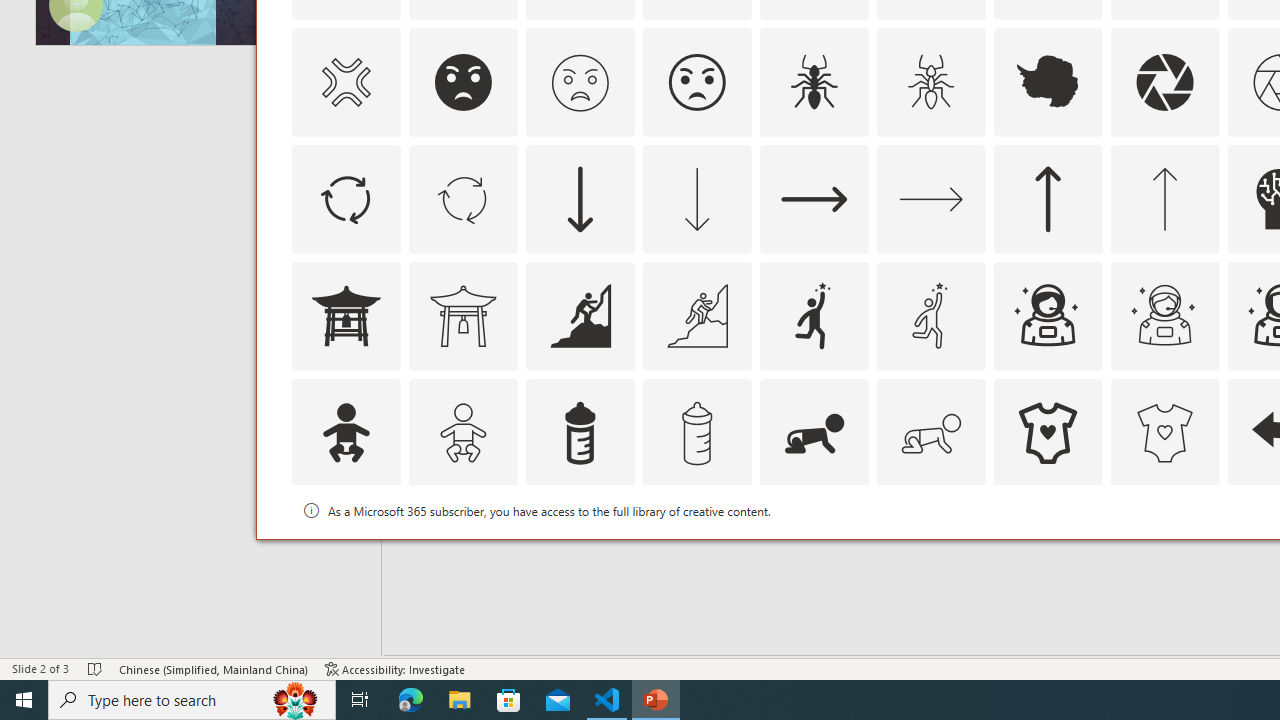 This screenshot has width=1280, height=720. I want to click on 'AutomationID: Icons_AsianTemple1', so click(345, 315).